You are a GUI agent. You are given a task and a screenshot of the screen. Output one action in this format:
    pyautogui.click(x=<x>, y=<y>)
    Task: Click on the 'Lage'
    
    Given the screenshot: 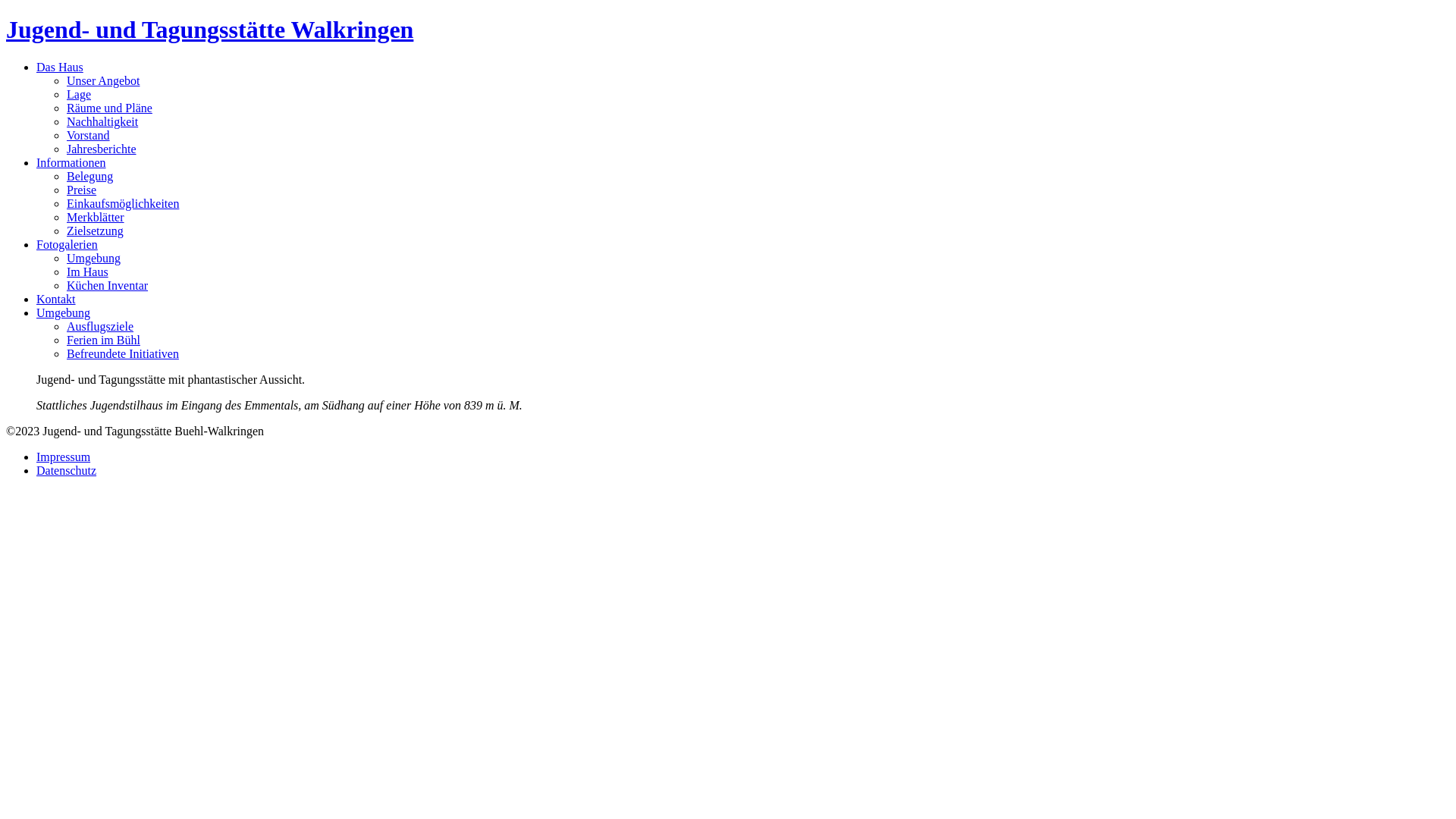 What is the action you would take?
    pyautogui.click(x=78, y=94)
    